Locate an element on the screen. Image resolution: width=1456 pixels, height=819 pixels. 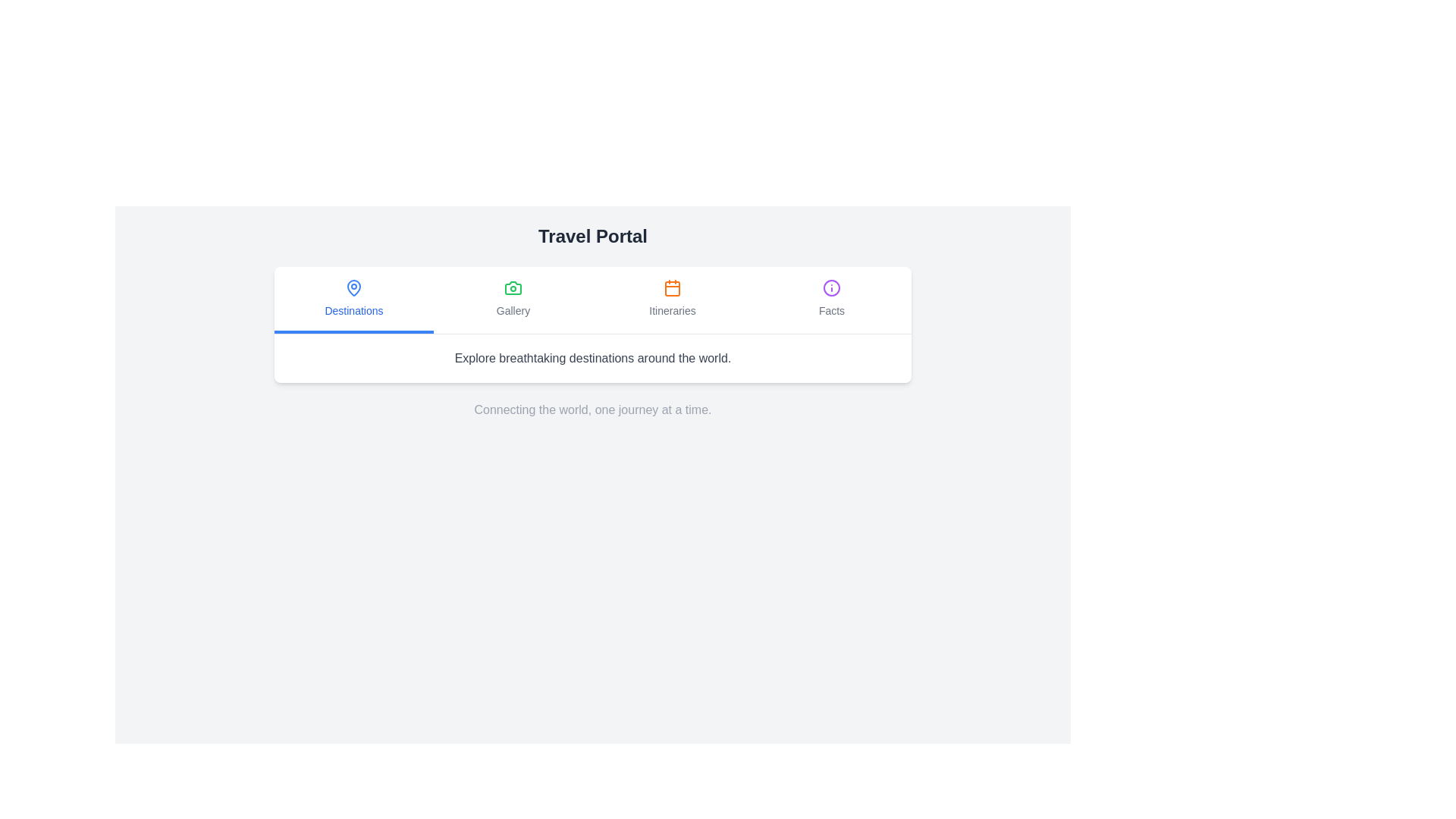
the green camera icon located above the 'Gallery' label is located at coordinates (513, 288).